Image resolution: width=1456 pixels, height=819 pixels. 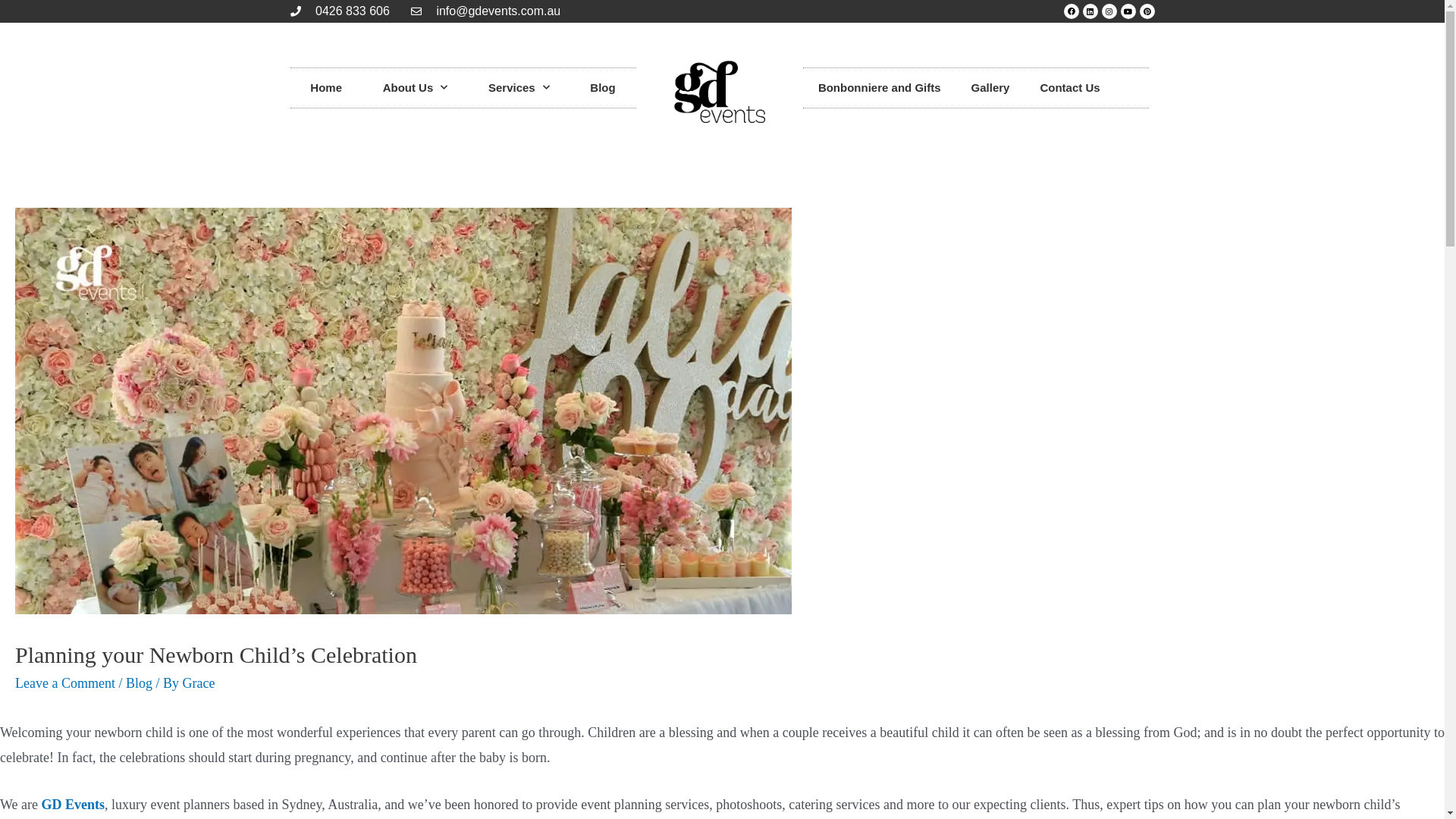 What do you see at coordinates (990, 87) in the screenshot?
I see `'Gallery'` at bounding box center [990, 87].